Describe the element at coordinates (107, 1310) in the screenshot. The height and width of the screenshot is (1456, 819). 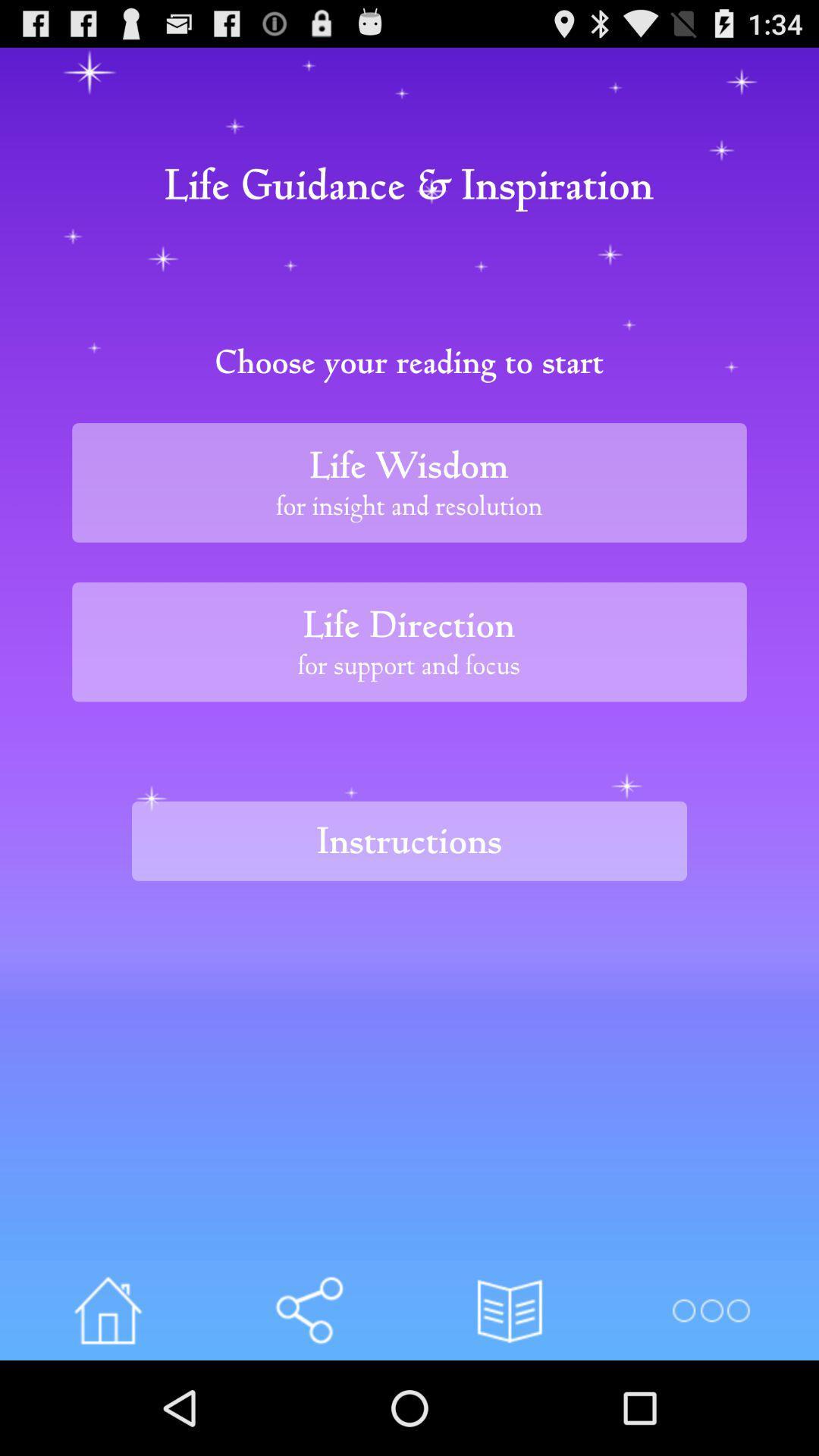
I see `icon below the instructions icon` at that location.